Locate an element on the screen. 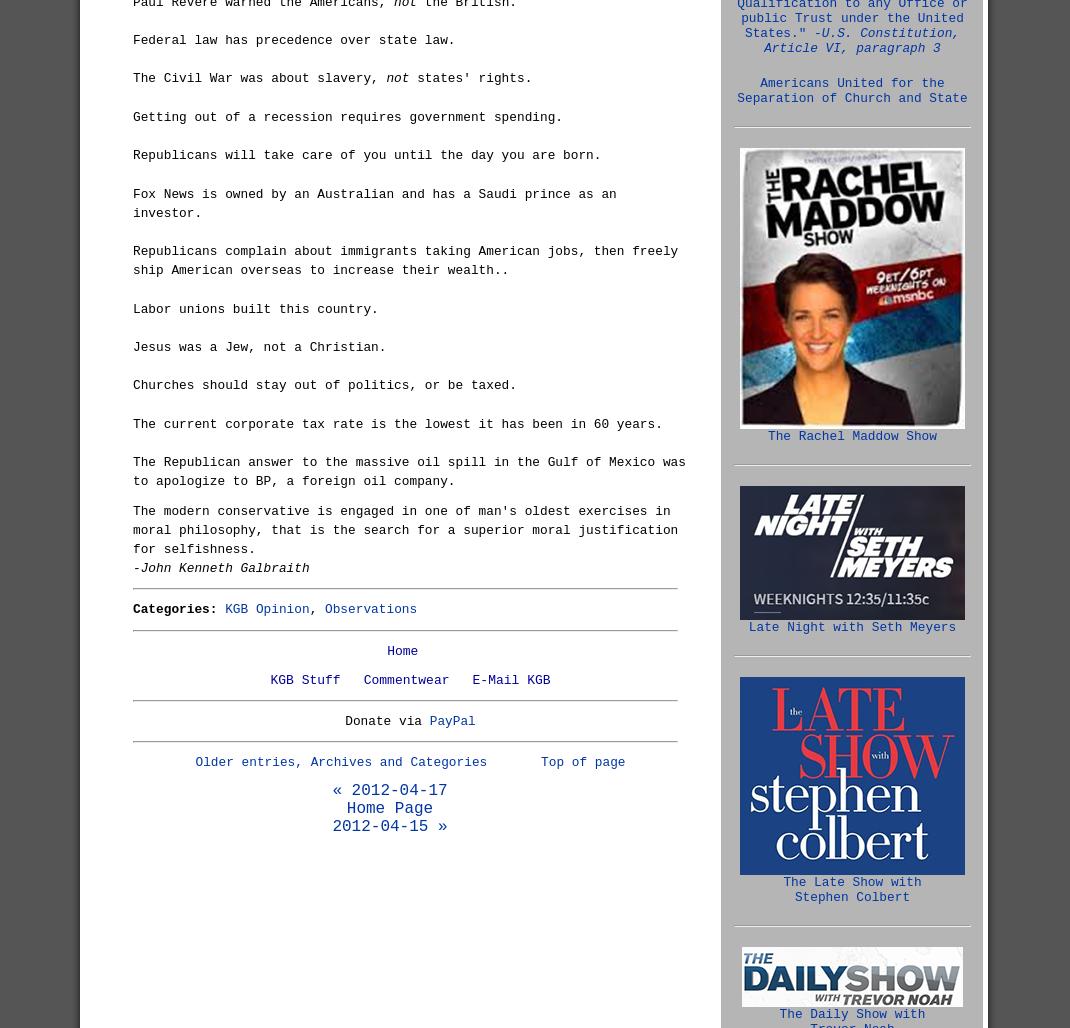  'E-Mail KGB' is located at coordinates (511, 679).